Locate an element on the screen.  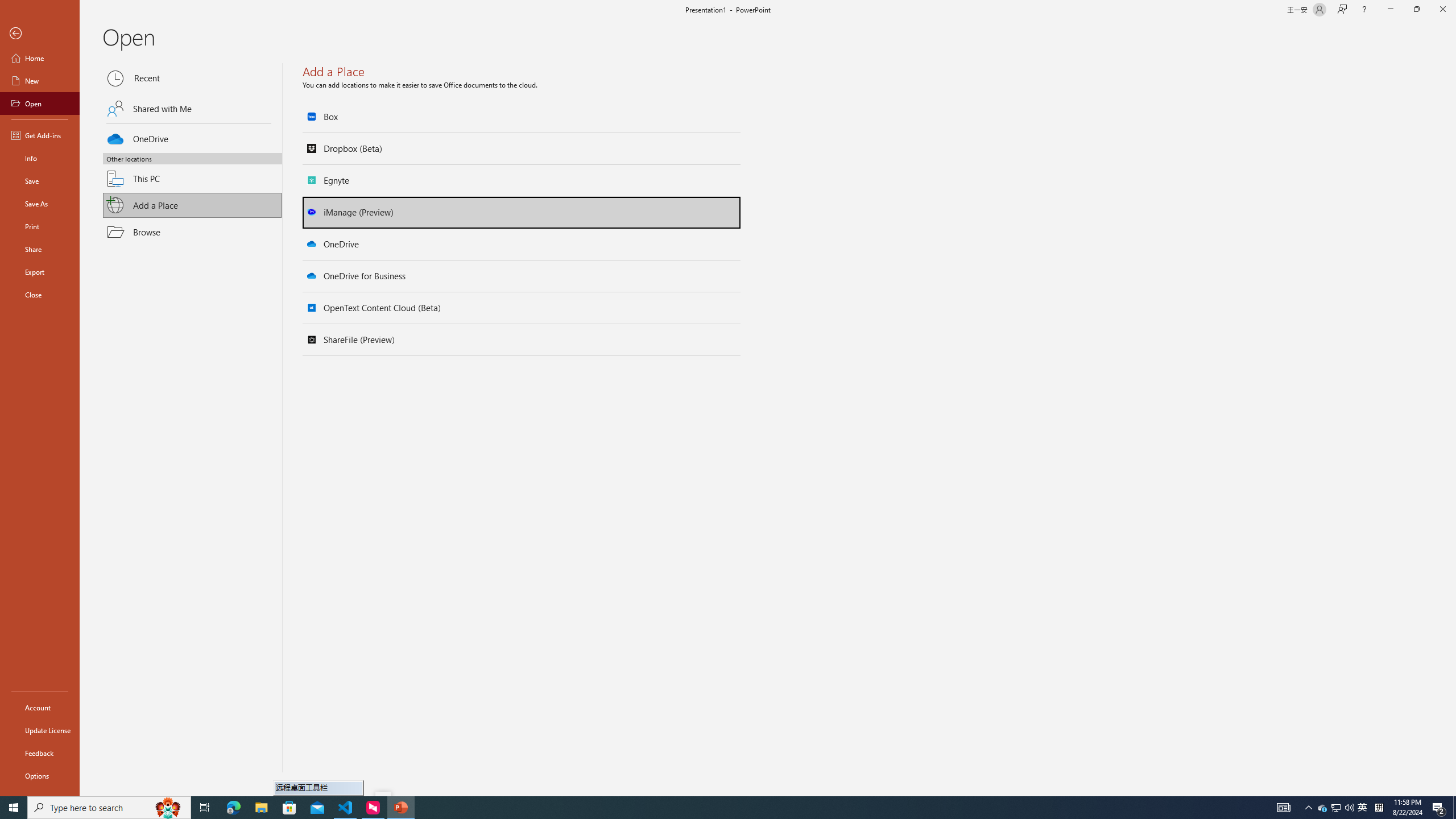
'Export' is located at coordinates (39, 272).